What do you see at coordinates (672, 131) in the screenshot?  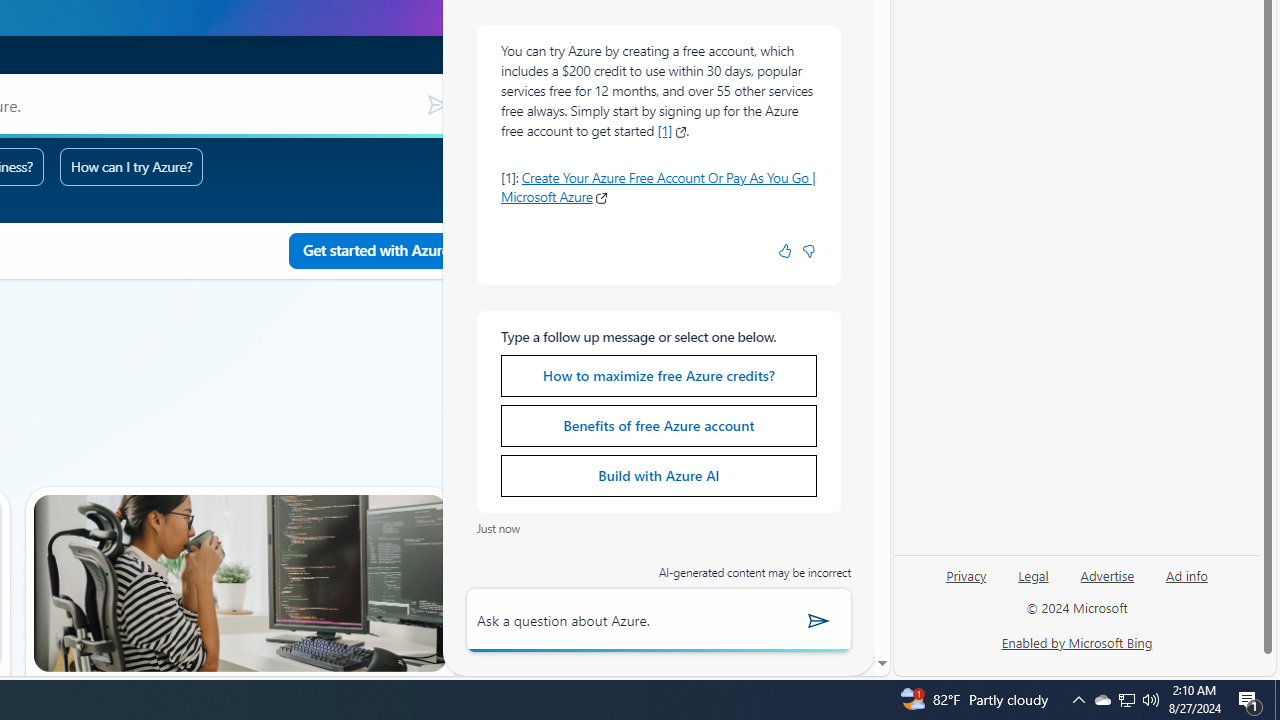 I see `'[1] Opens in a new window; external.'` at bounding box center [672, 131].